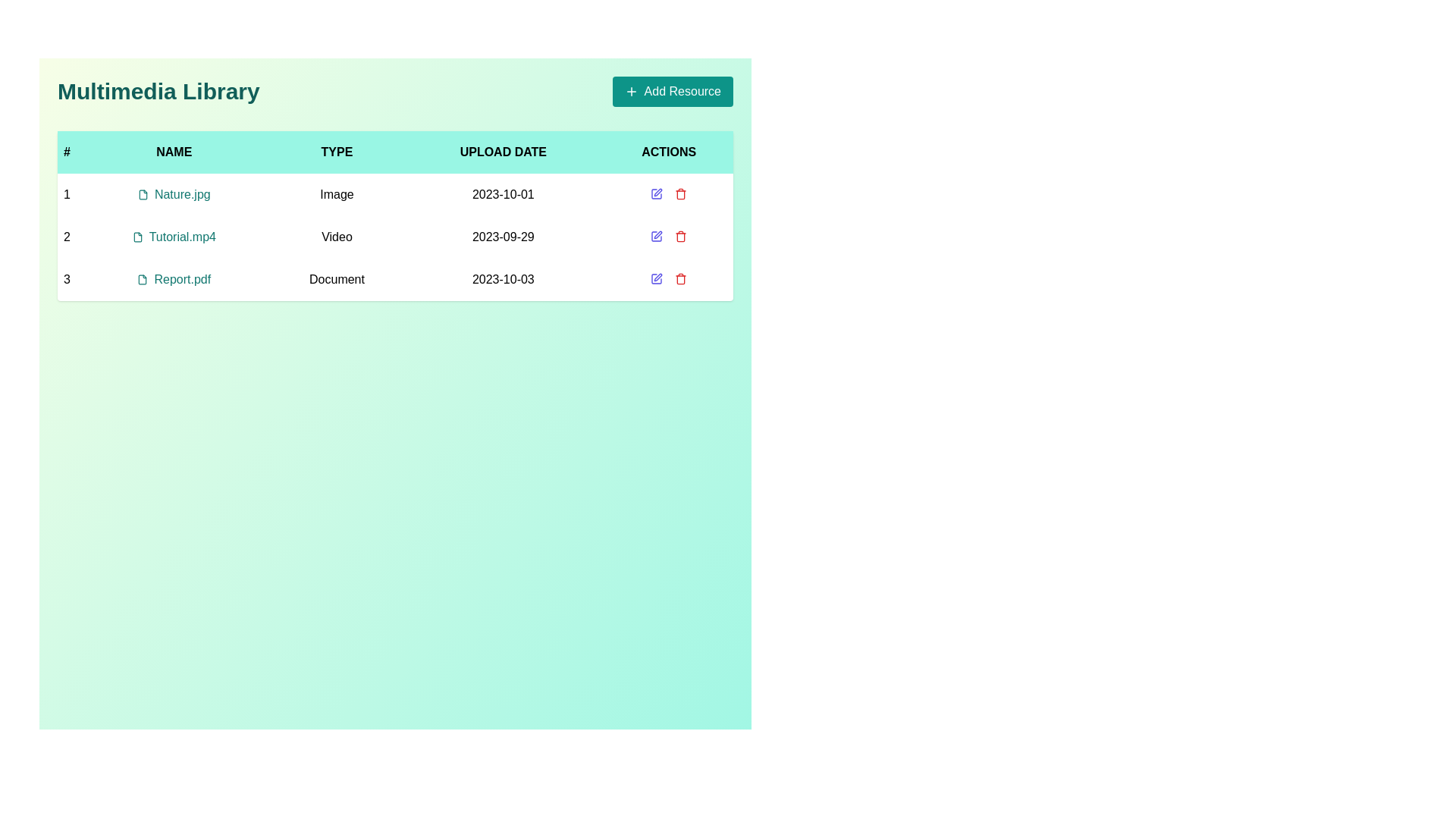 The width and height of the screenshot is (1456, 819). What do you see at coordinates (336, 194) in the screenshot?
I see `the 'Image' label, which is located in the first row and third column of the media library layout, conveying information about the image type` at bounding box center [336, 194].